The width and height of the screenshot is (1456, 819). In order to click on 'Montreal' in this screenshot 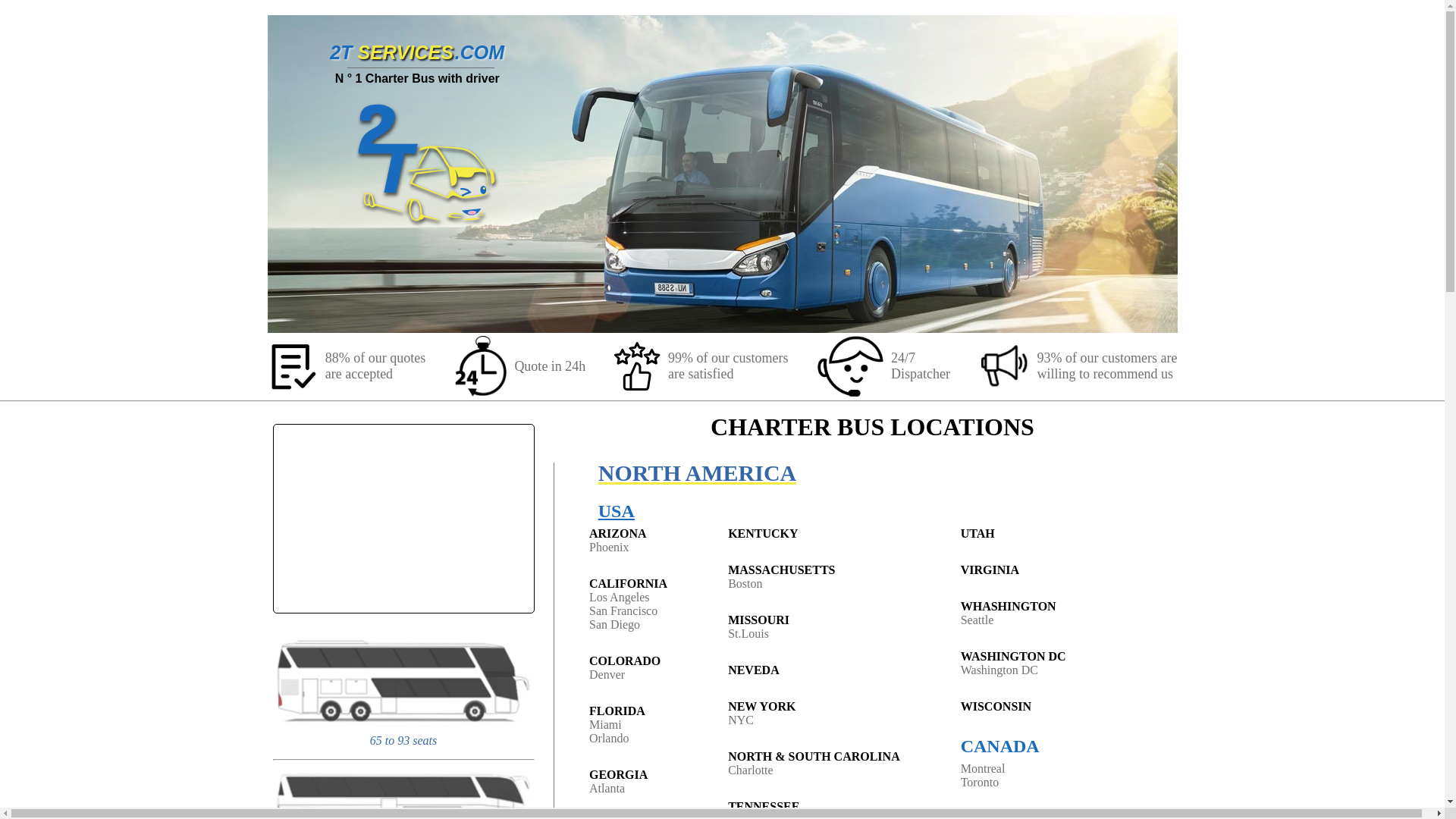, I will do `click(983, 768)`.